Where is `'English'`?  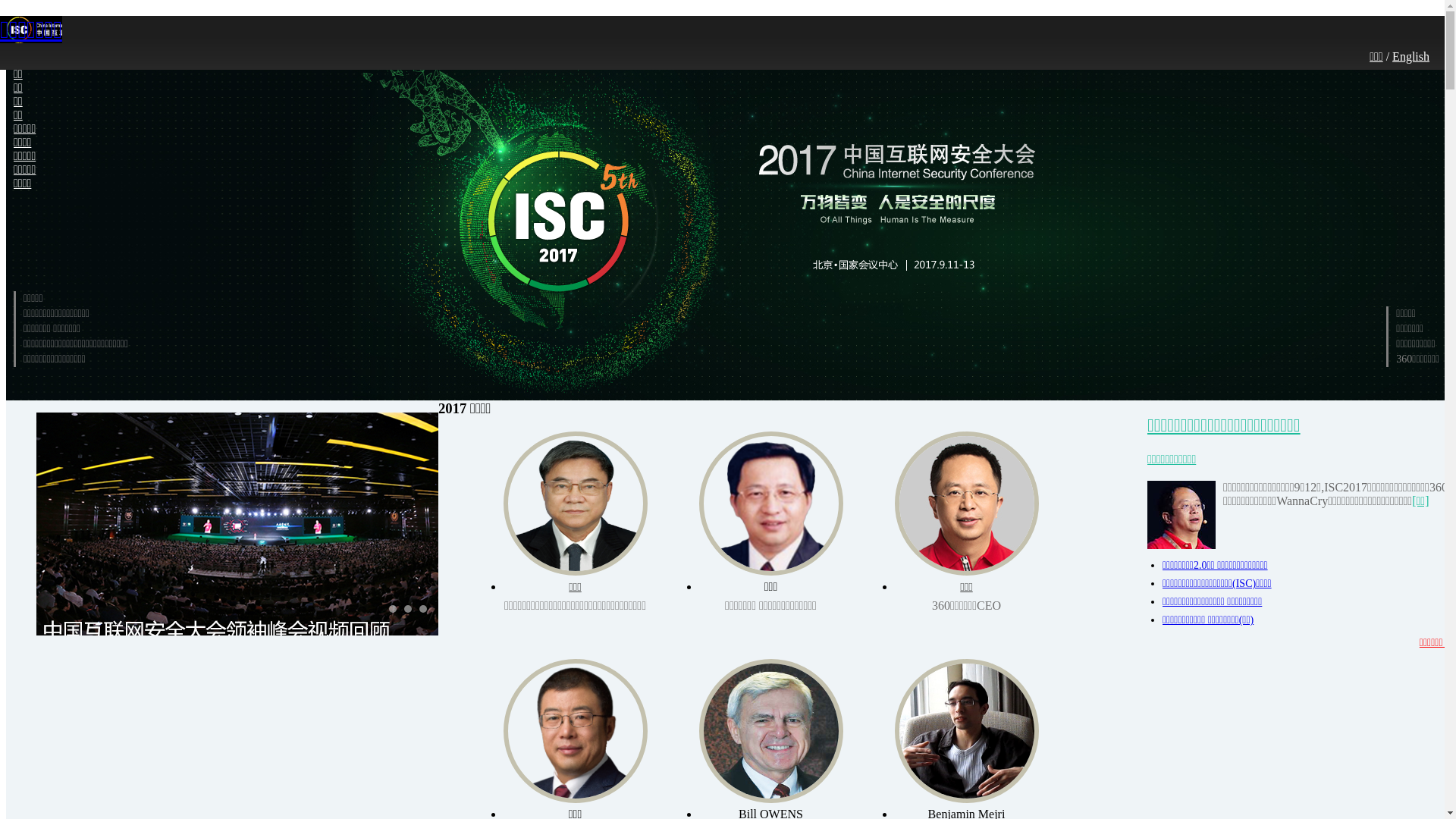
'English' is located at coordinates (1410, 55).